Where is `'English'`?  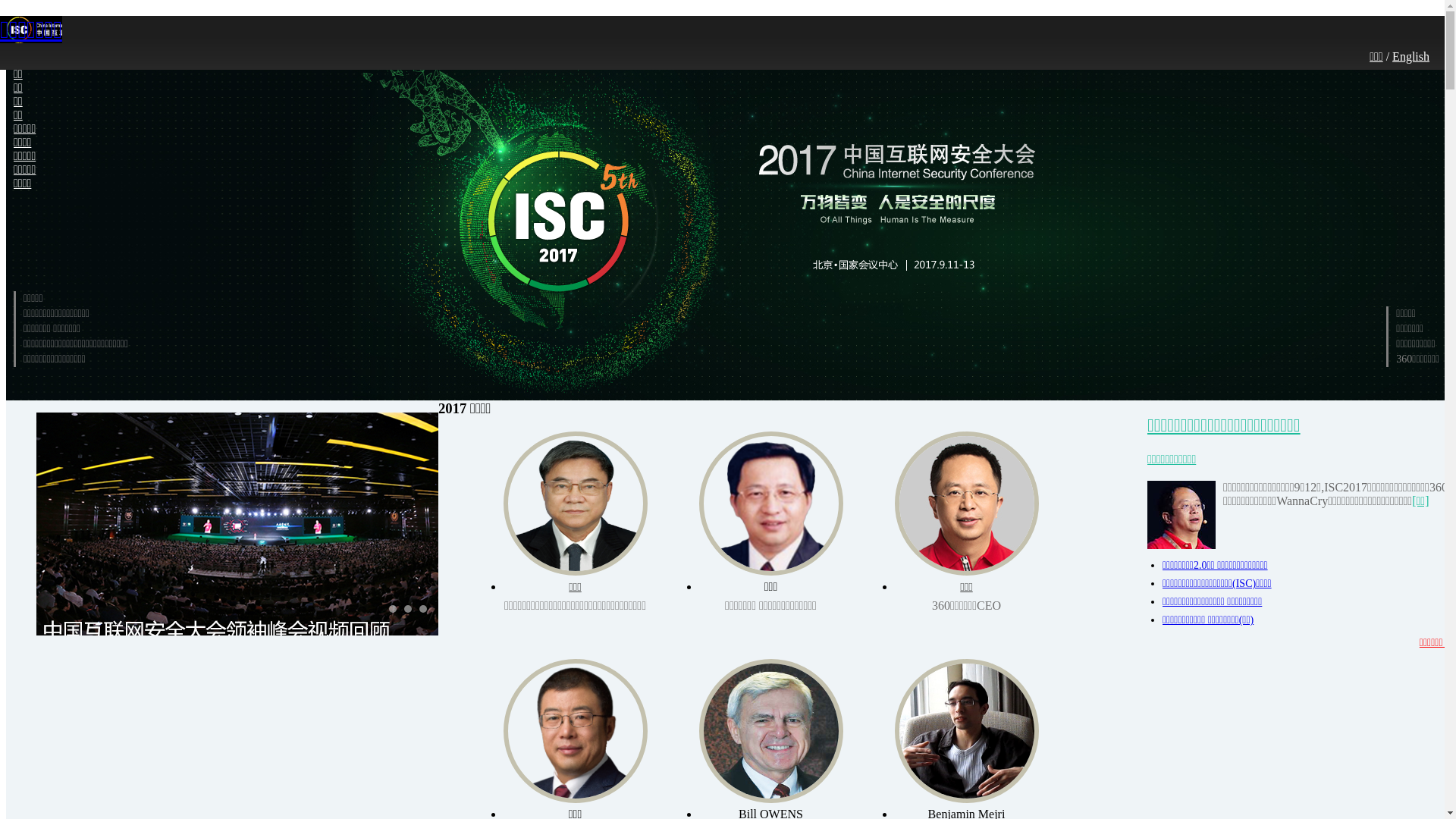
'English' is located at coordinates (1410, 55).